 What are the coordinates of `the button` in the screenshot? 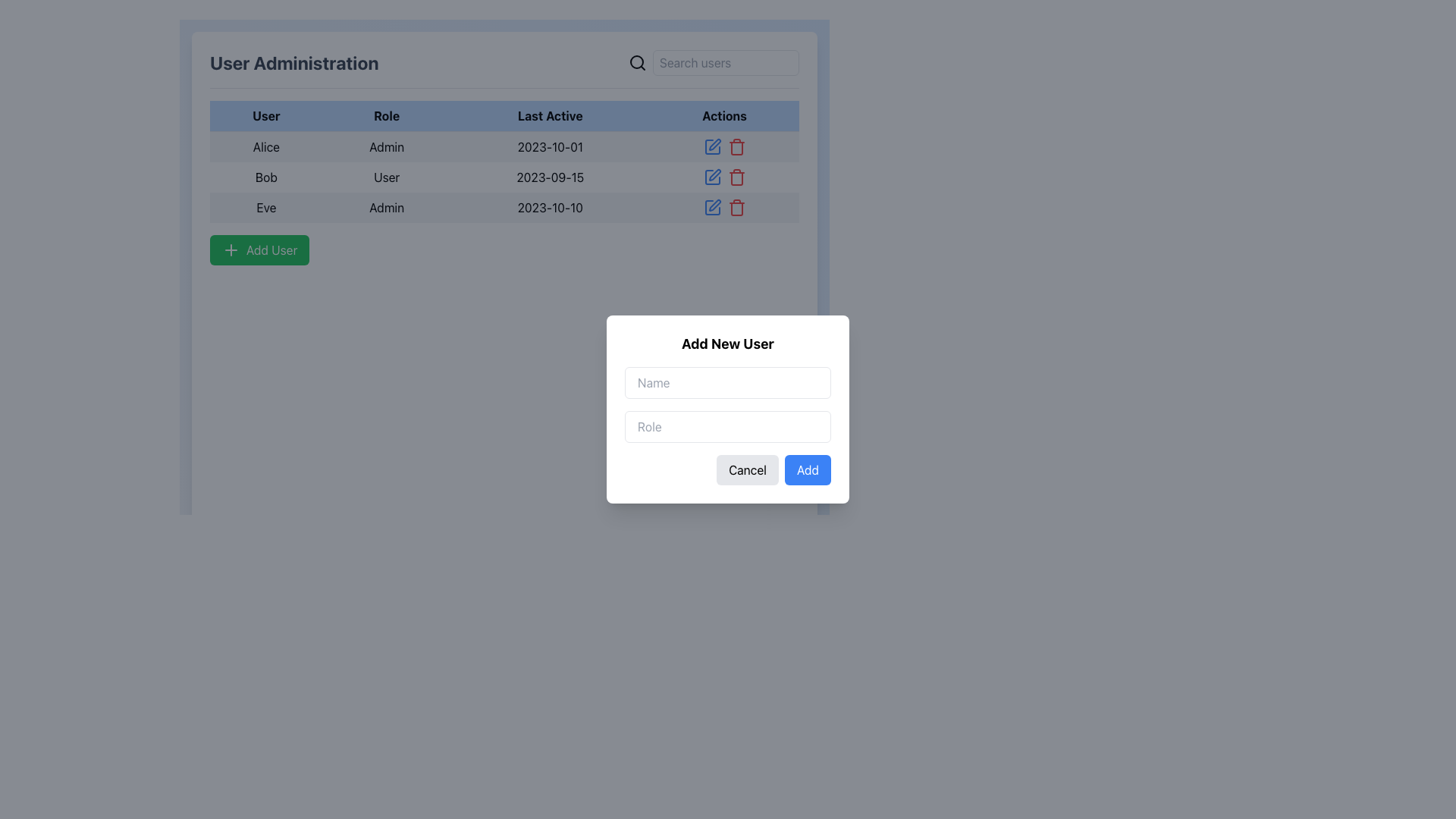 It's located at (259, 249).